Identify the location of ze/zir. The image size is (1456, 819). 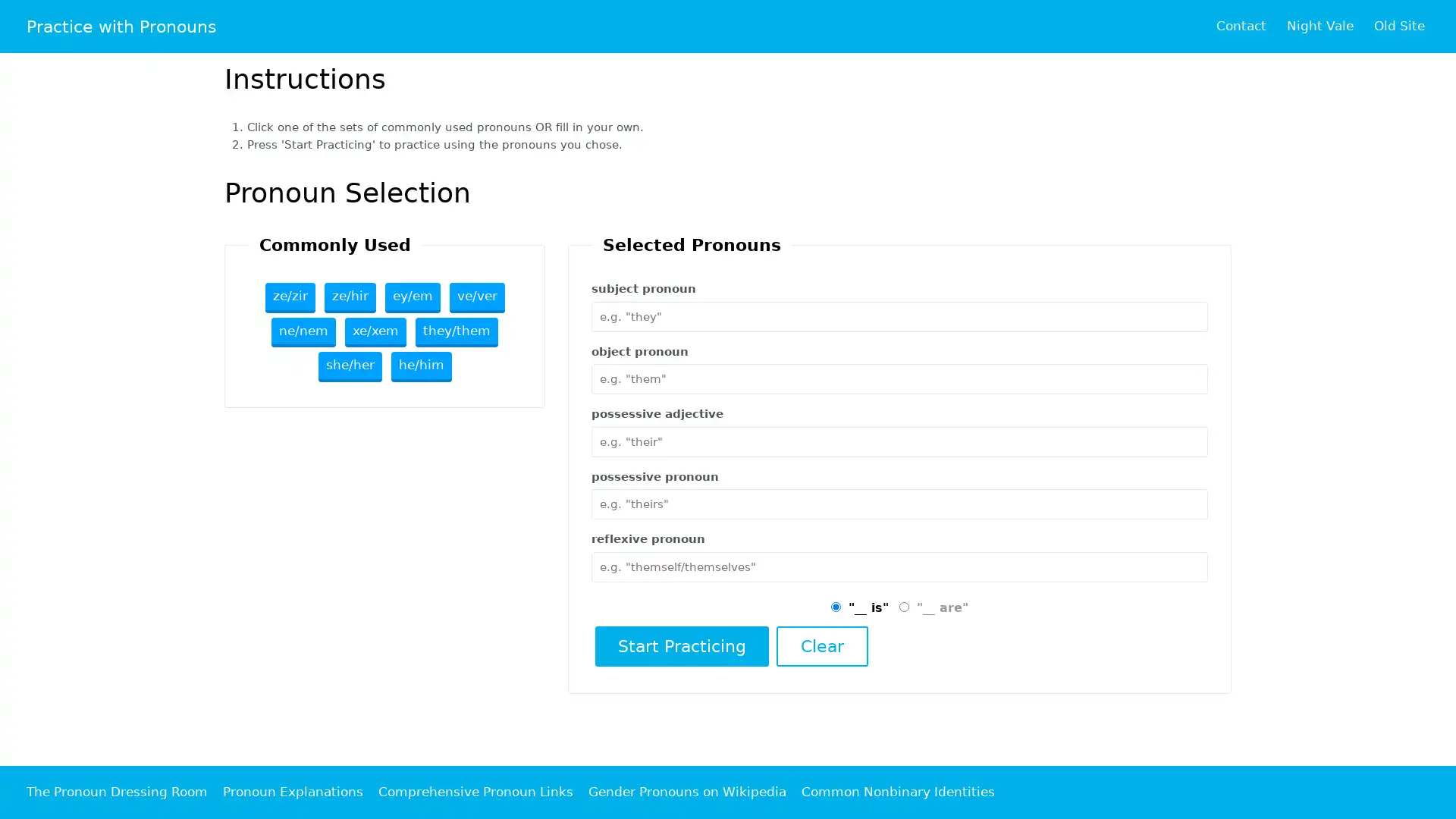
(290, 297).